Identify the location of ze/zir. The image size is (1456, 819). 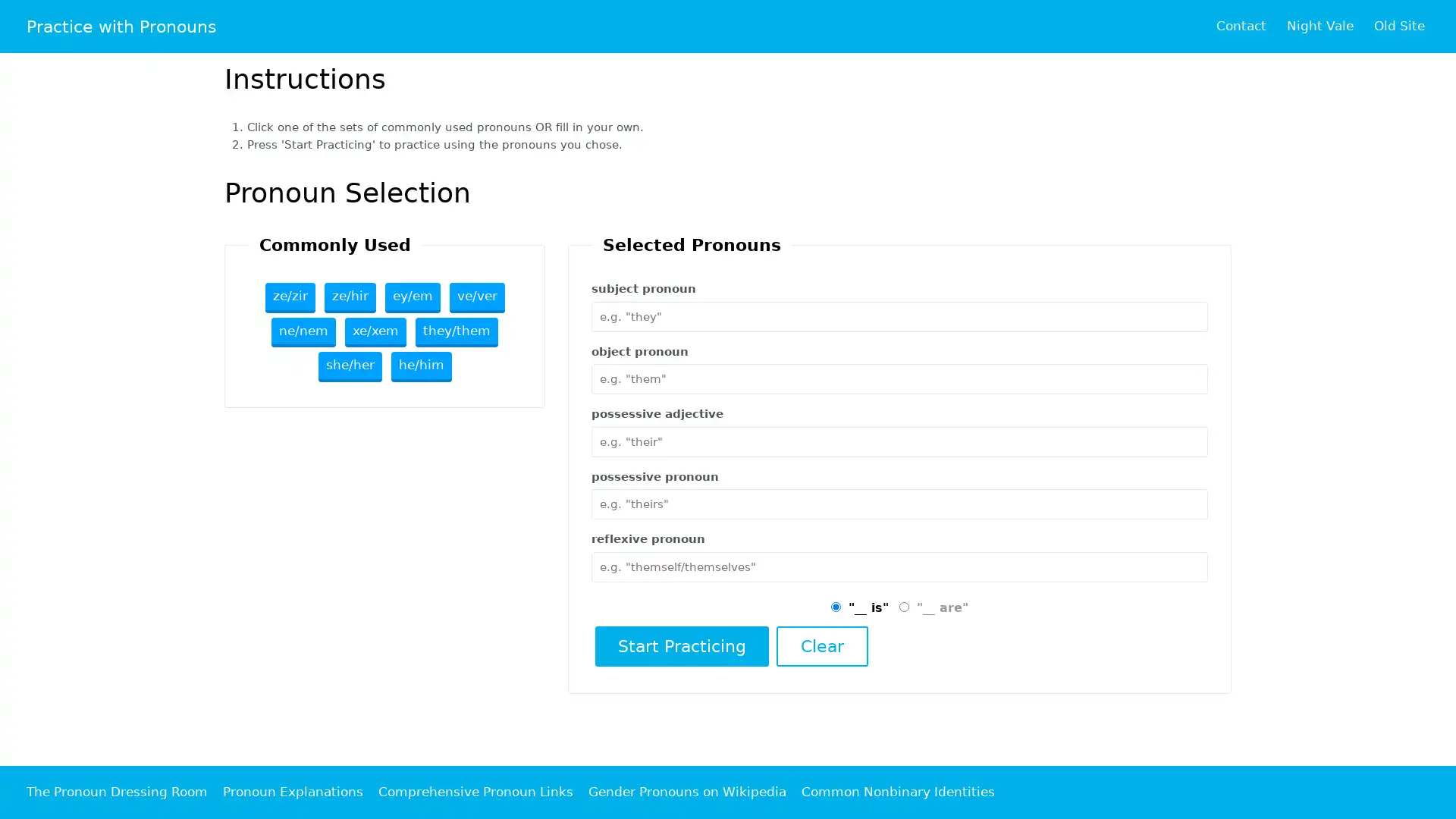
(290, 297).